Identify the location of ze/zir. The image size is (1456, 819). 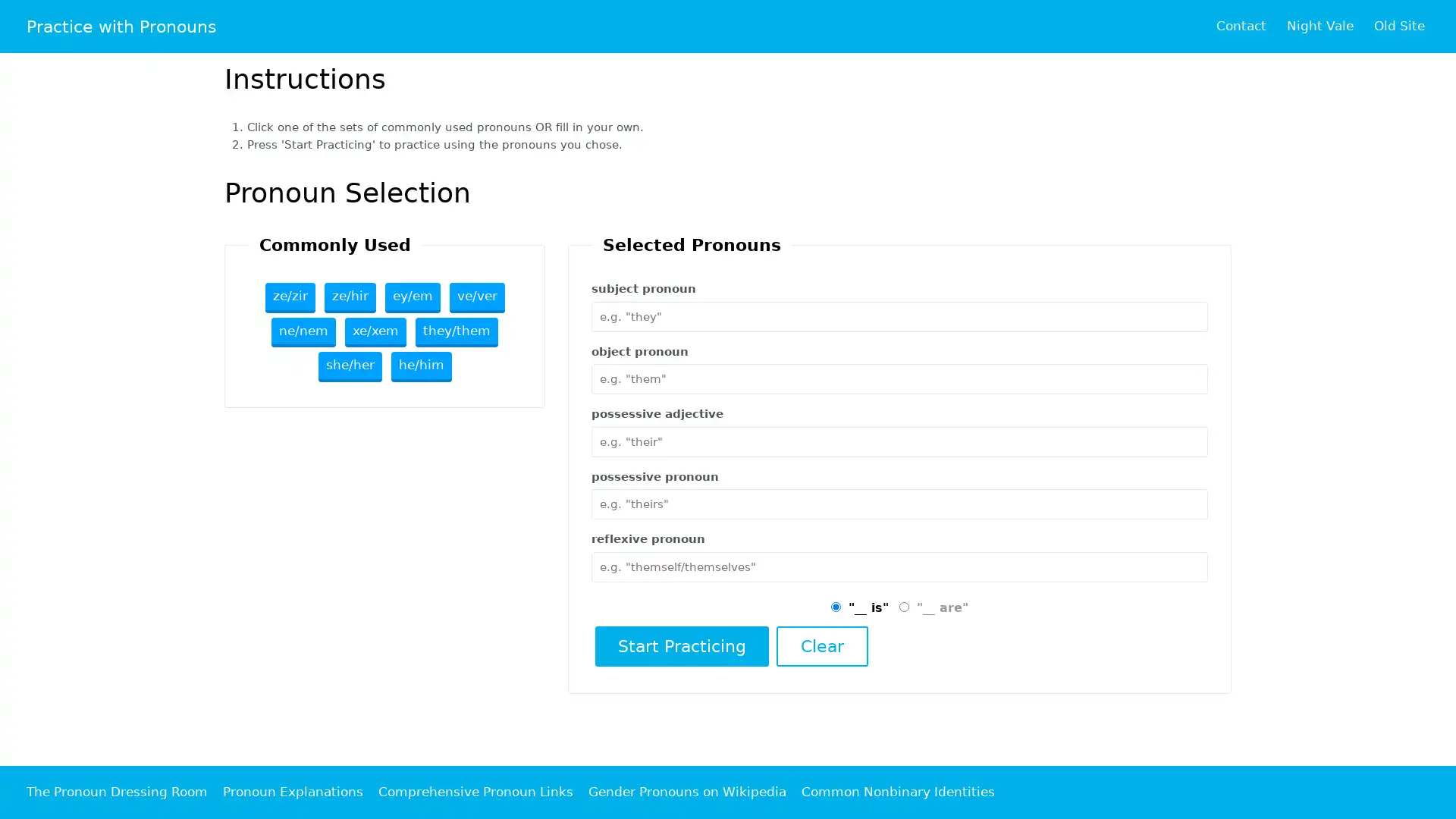
(290, 297).